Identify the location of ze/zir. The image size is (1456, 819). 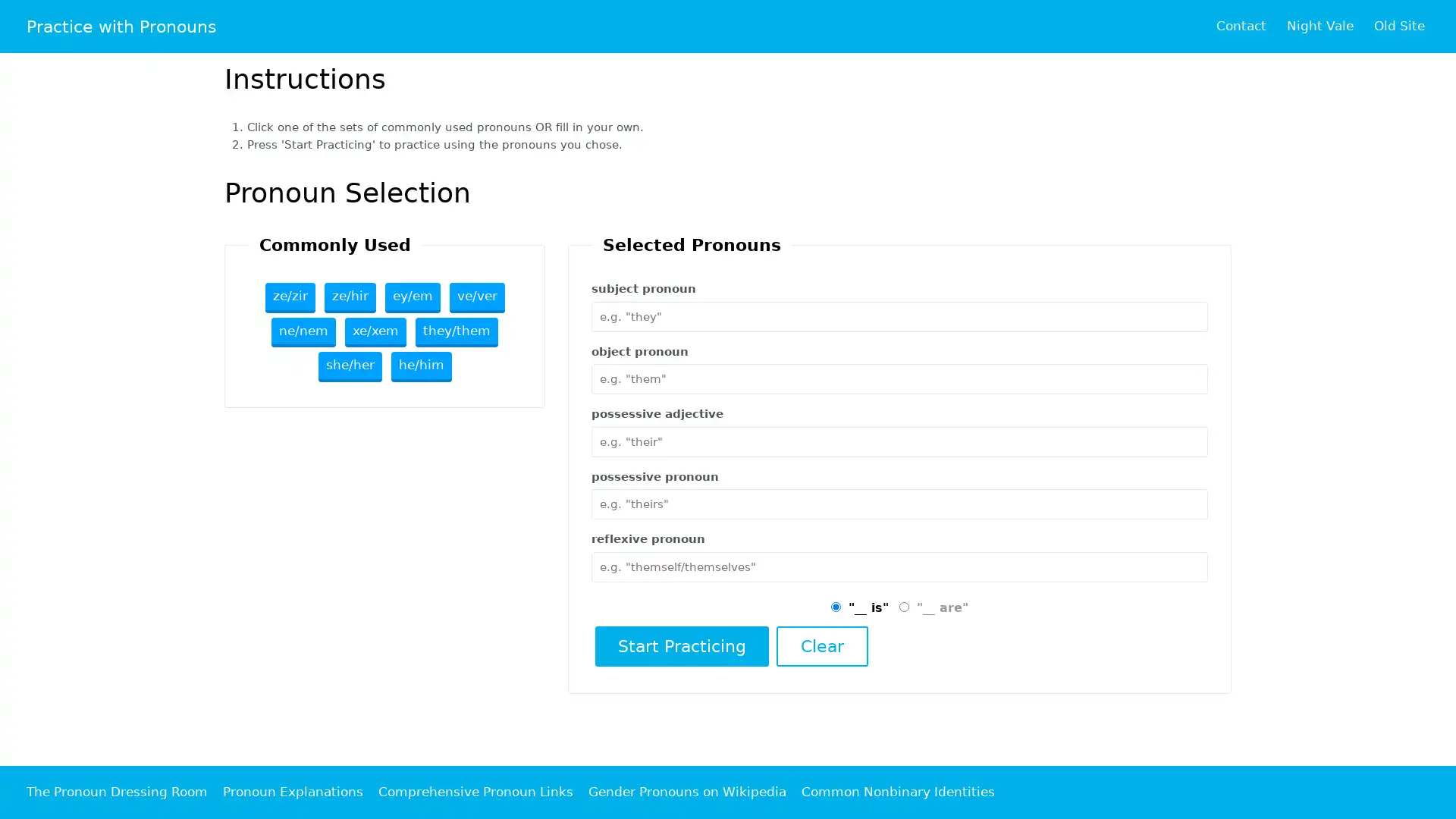
(290, 297).